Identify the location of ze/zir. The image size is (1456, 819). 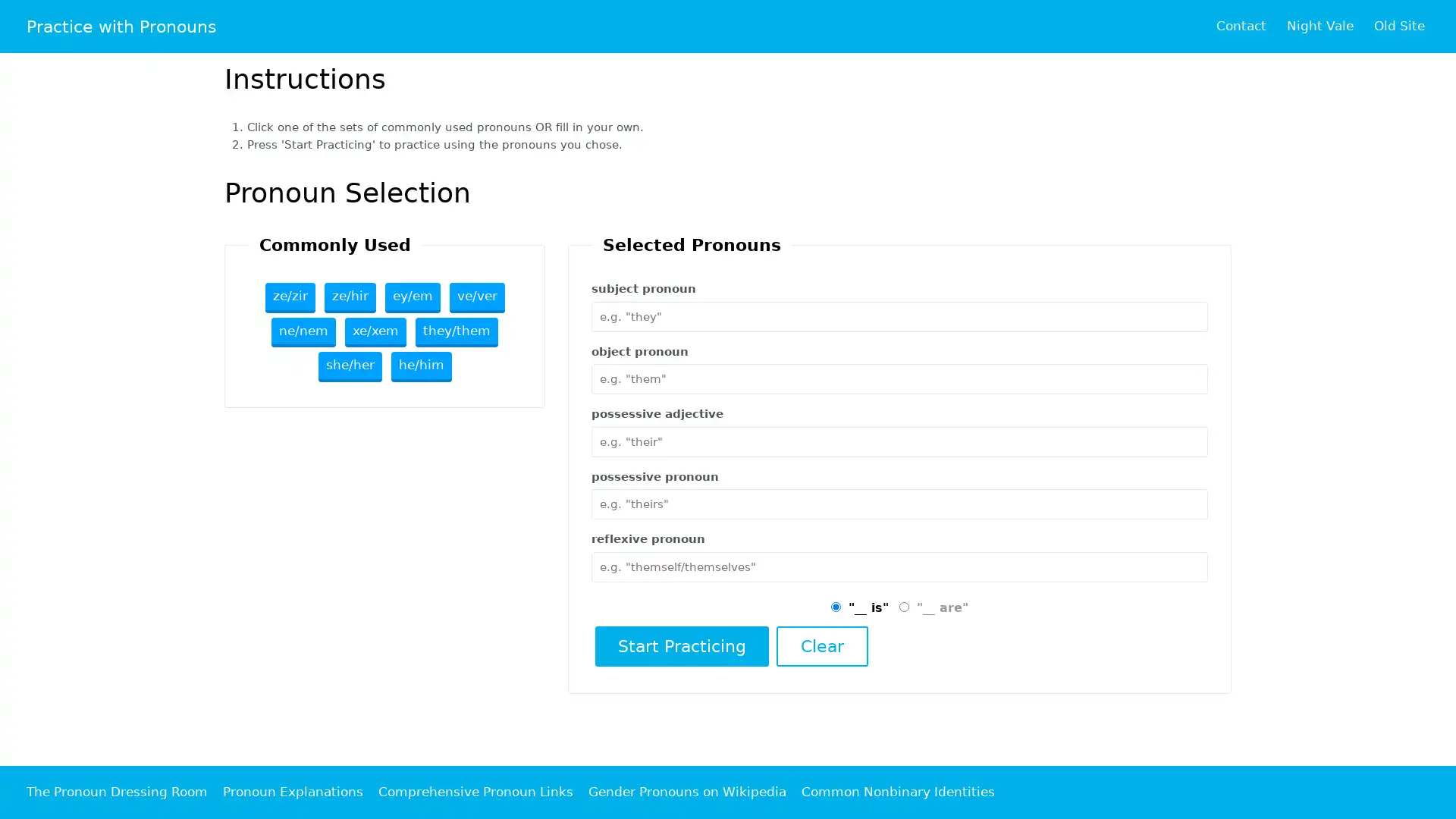
(290, 297).